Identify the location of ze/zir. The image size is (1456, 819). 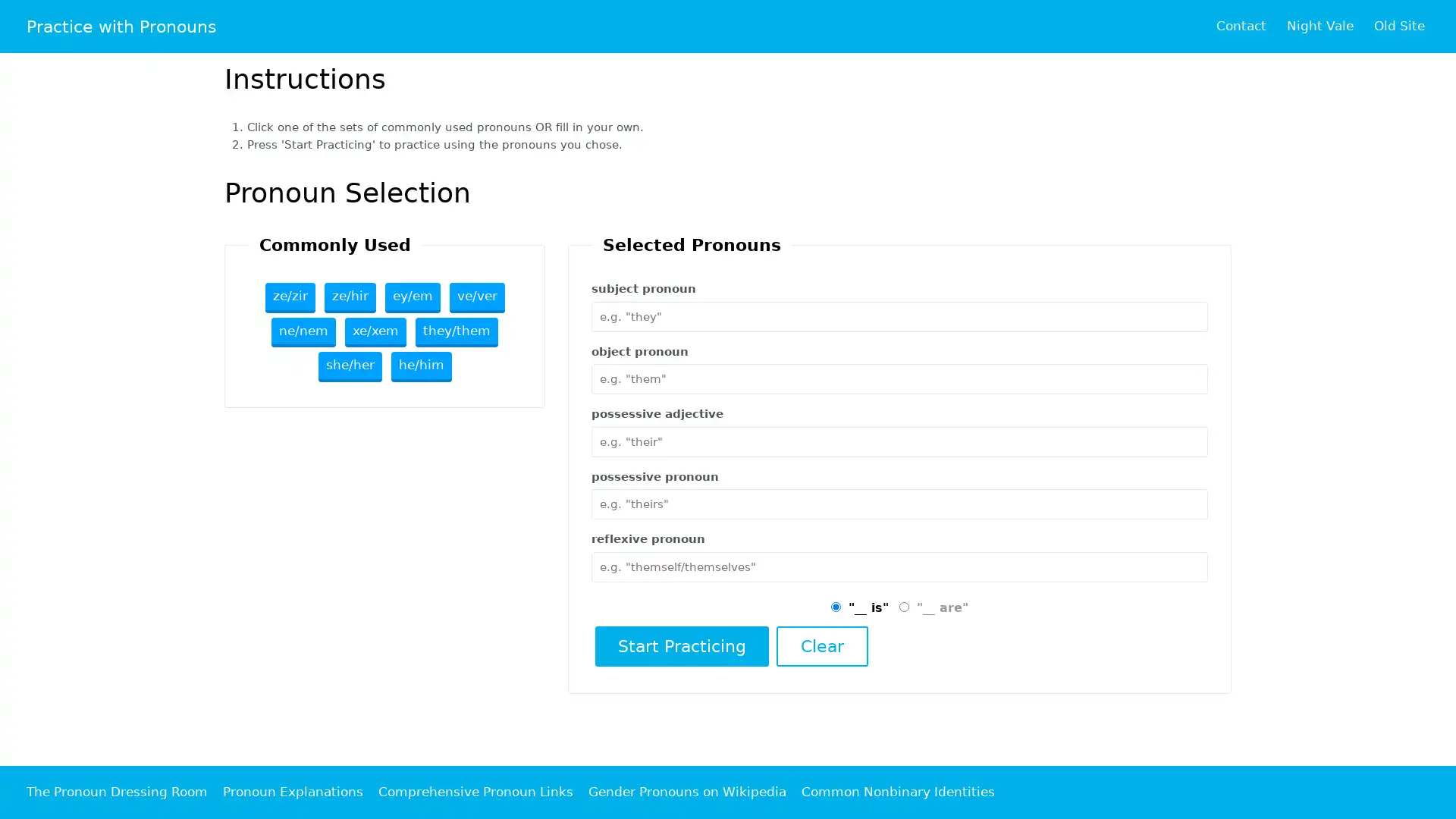
(290, 297).